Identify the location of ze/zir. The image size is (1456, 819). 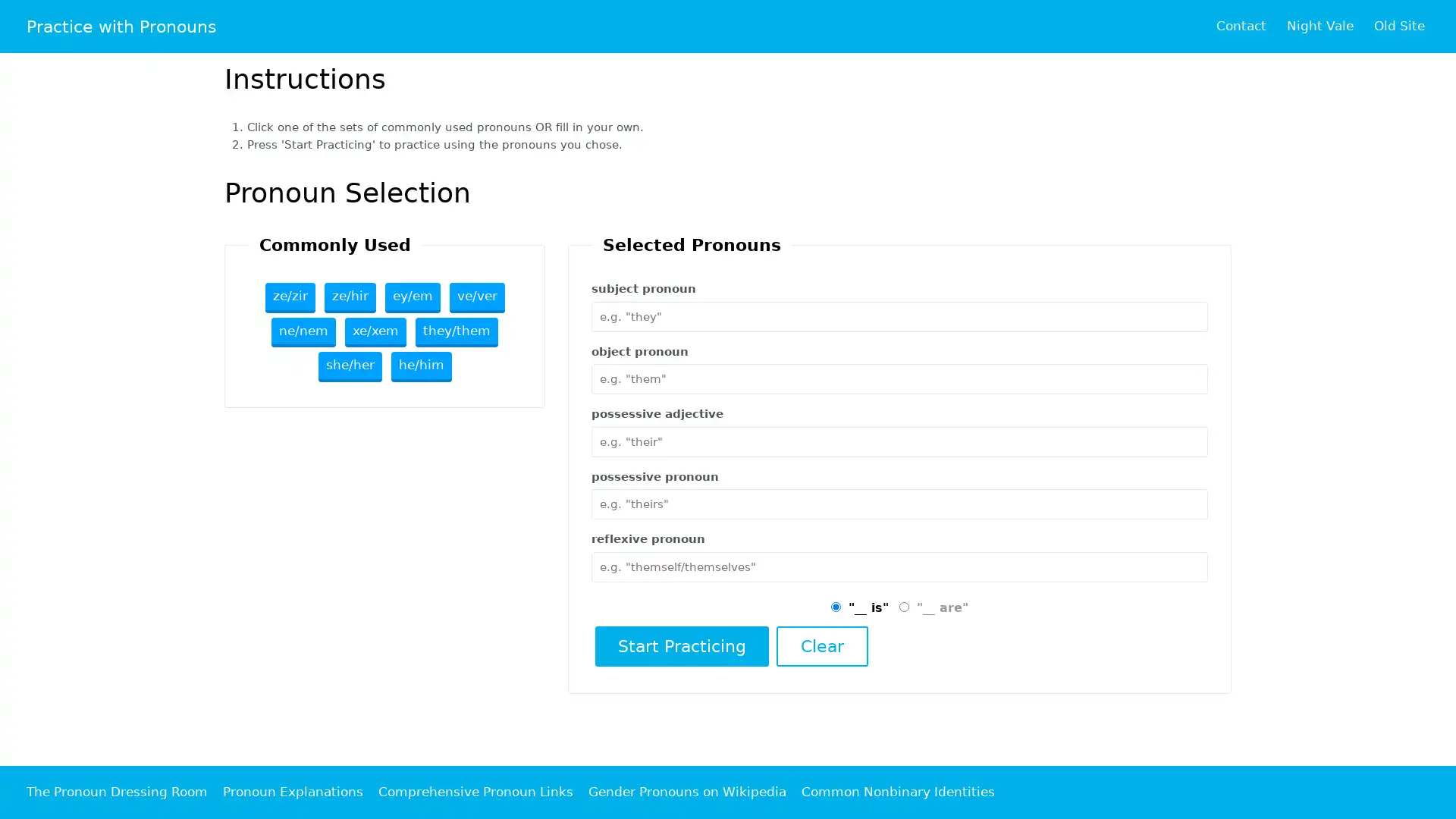
(290, 297).